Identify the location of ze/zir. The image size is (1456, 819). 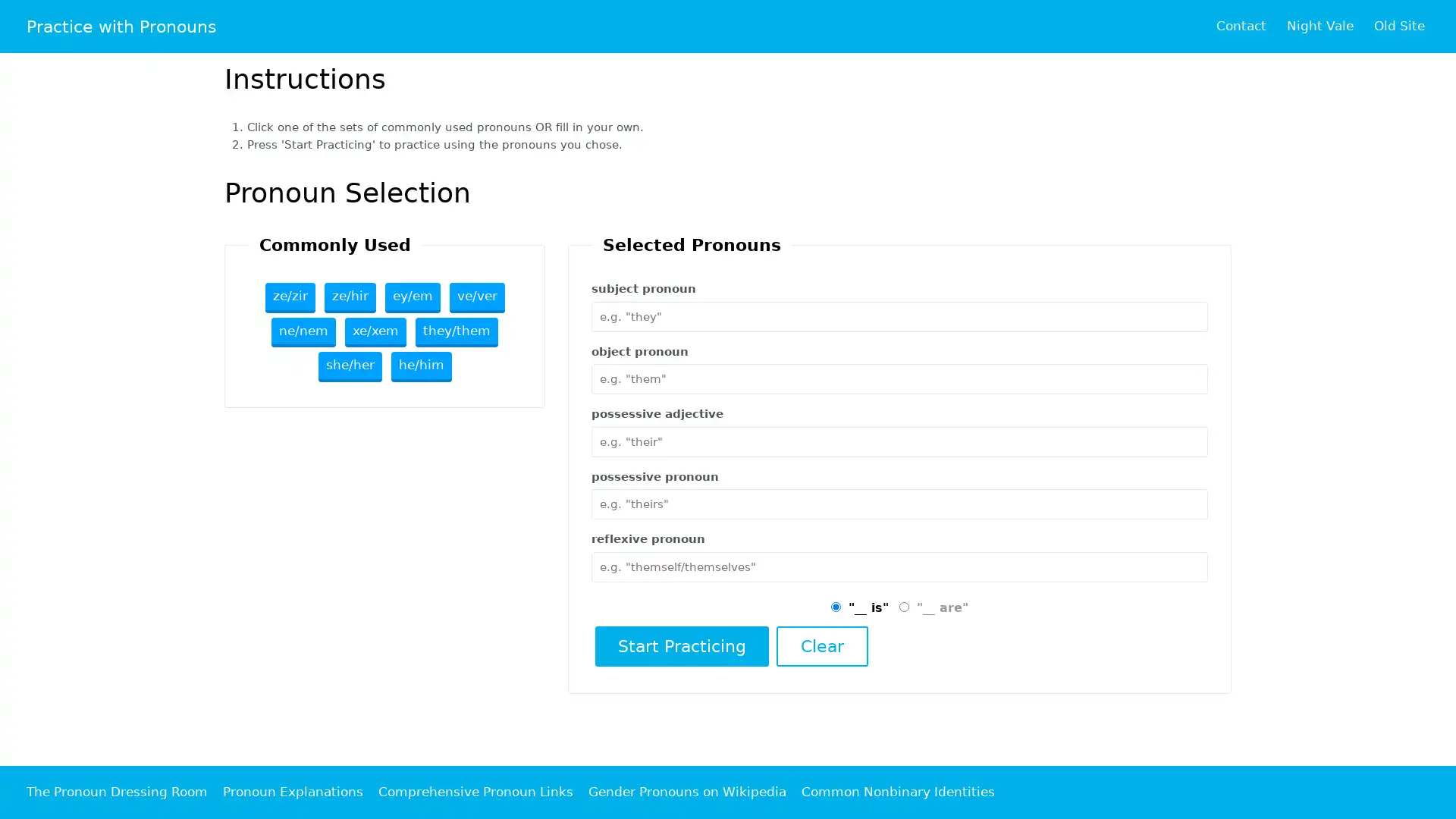
(290, 297).